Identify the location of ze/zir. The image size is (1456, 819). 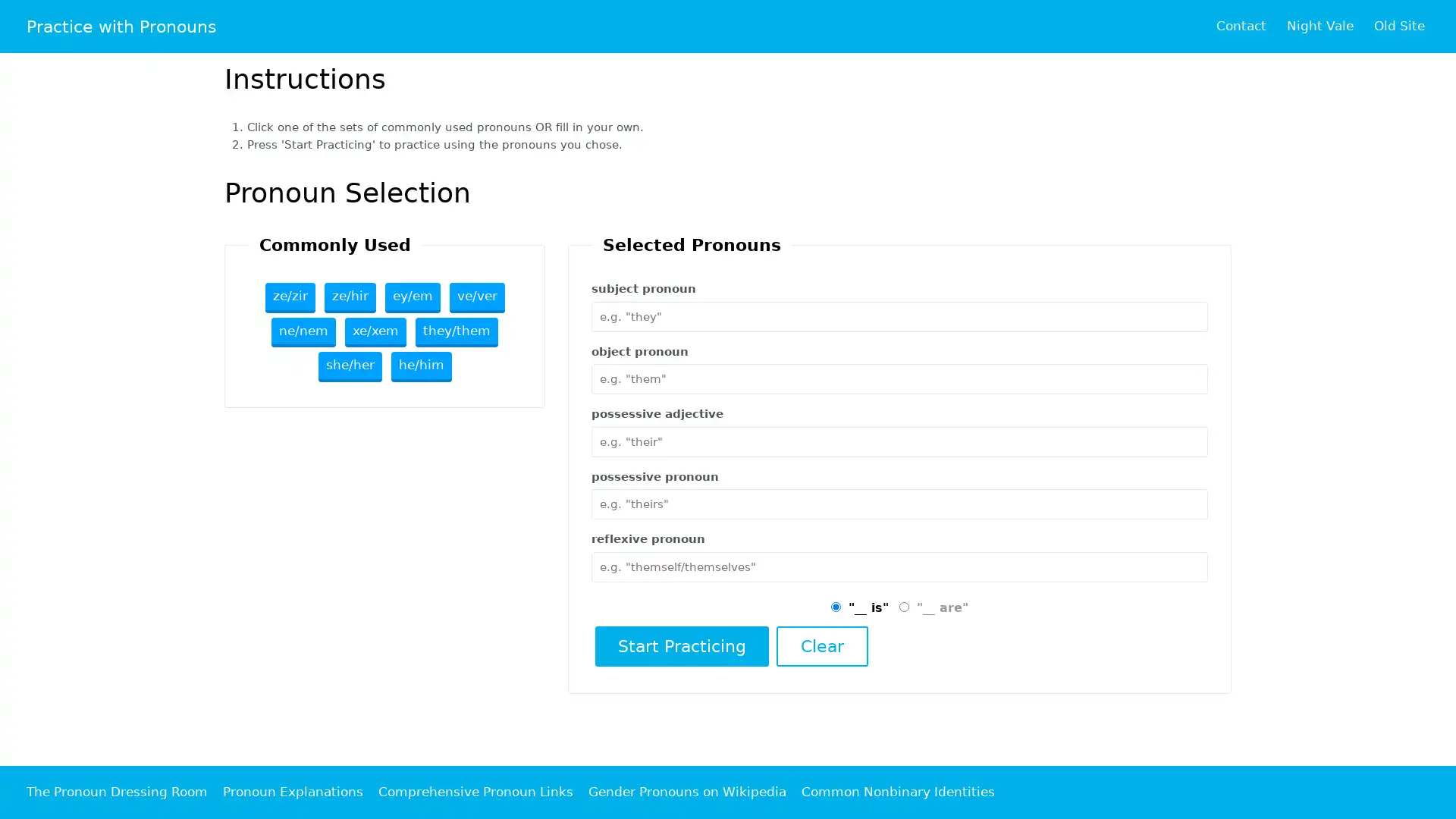
(290, 297).